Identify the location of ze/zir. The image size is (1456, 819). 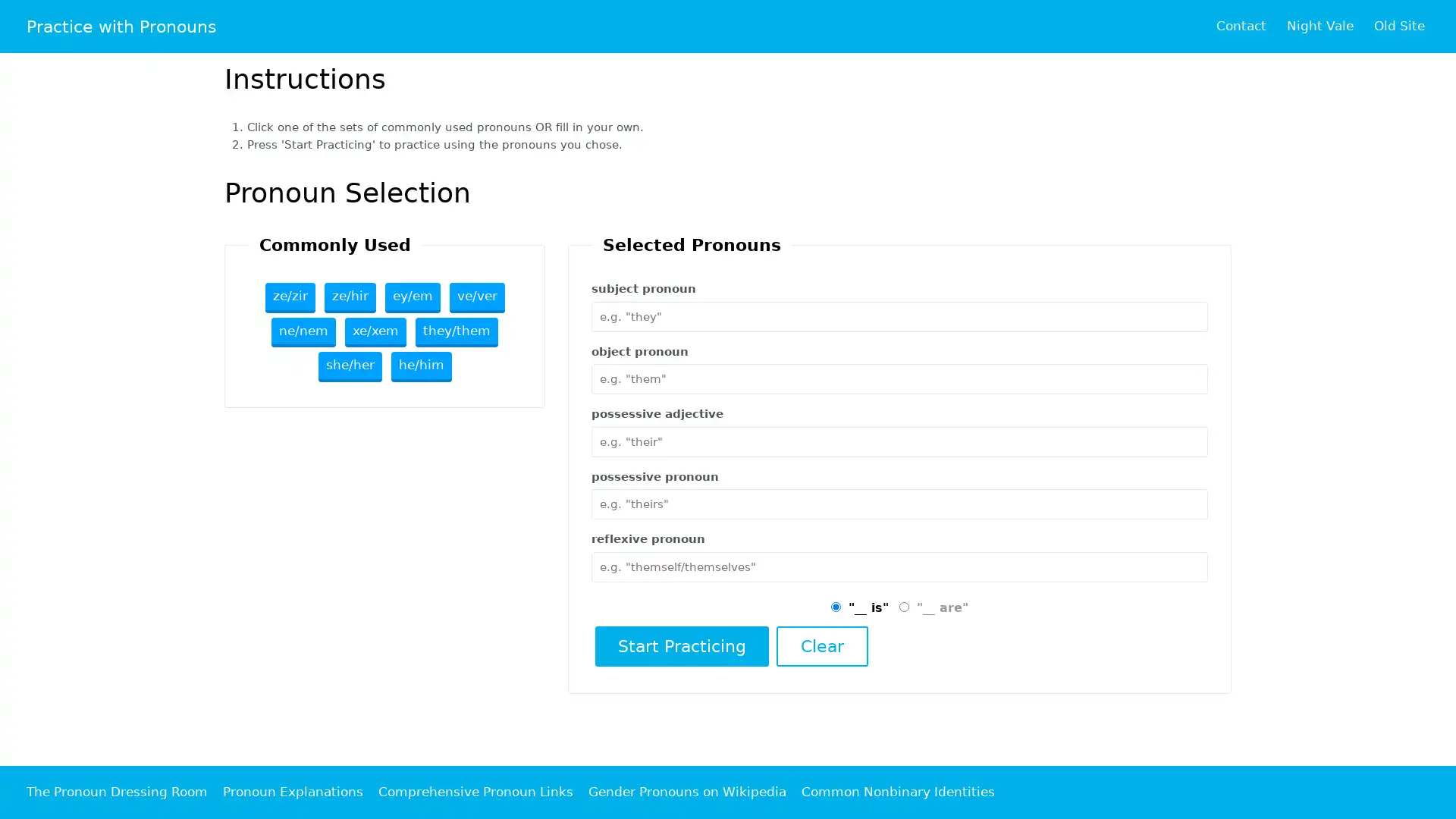
(290, 297).